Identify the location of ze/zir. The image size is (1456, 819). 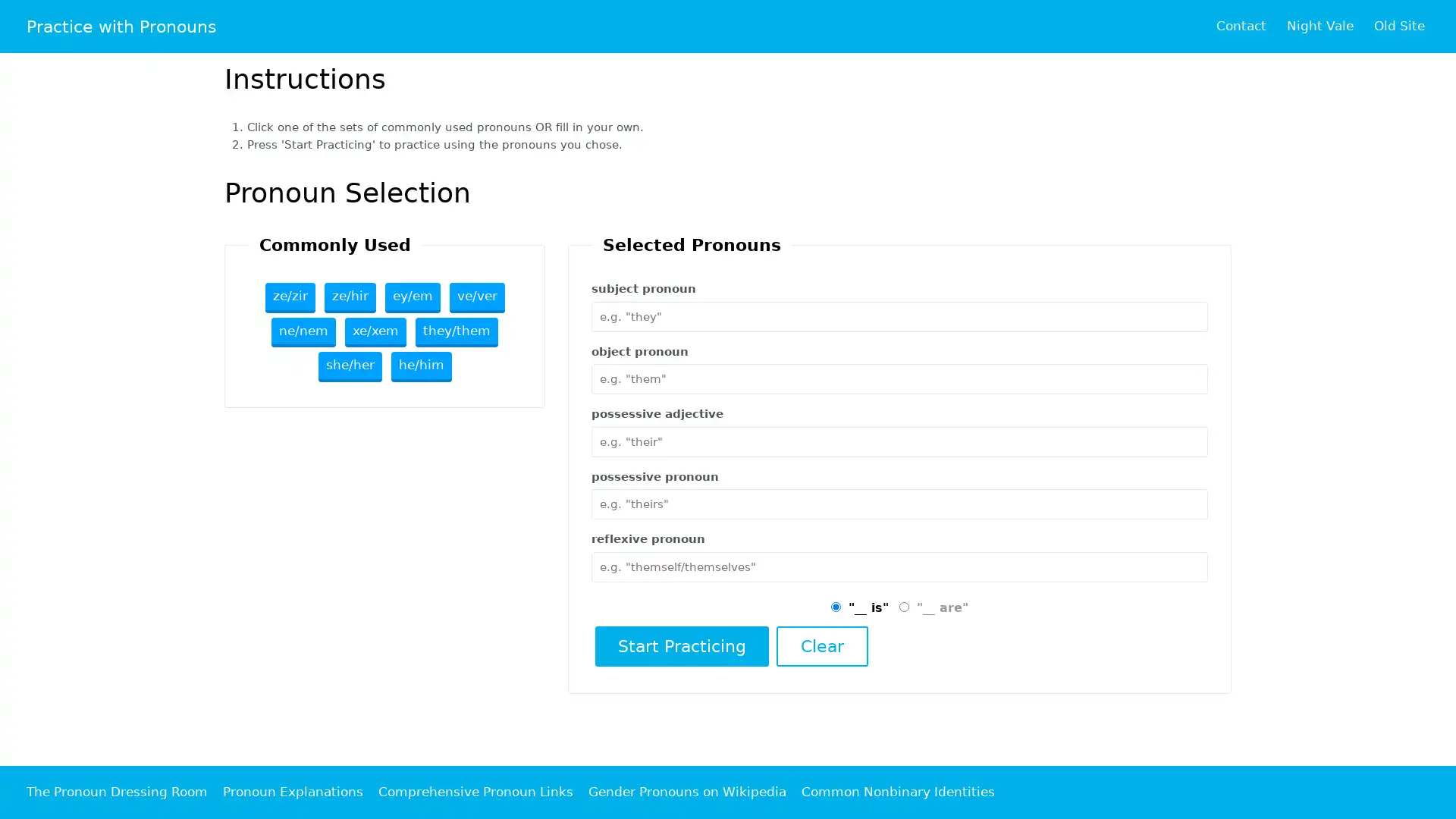
(290, 297).